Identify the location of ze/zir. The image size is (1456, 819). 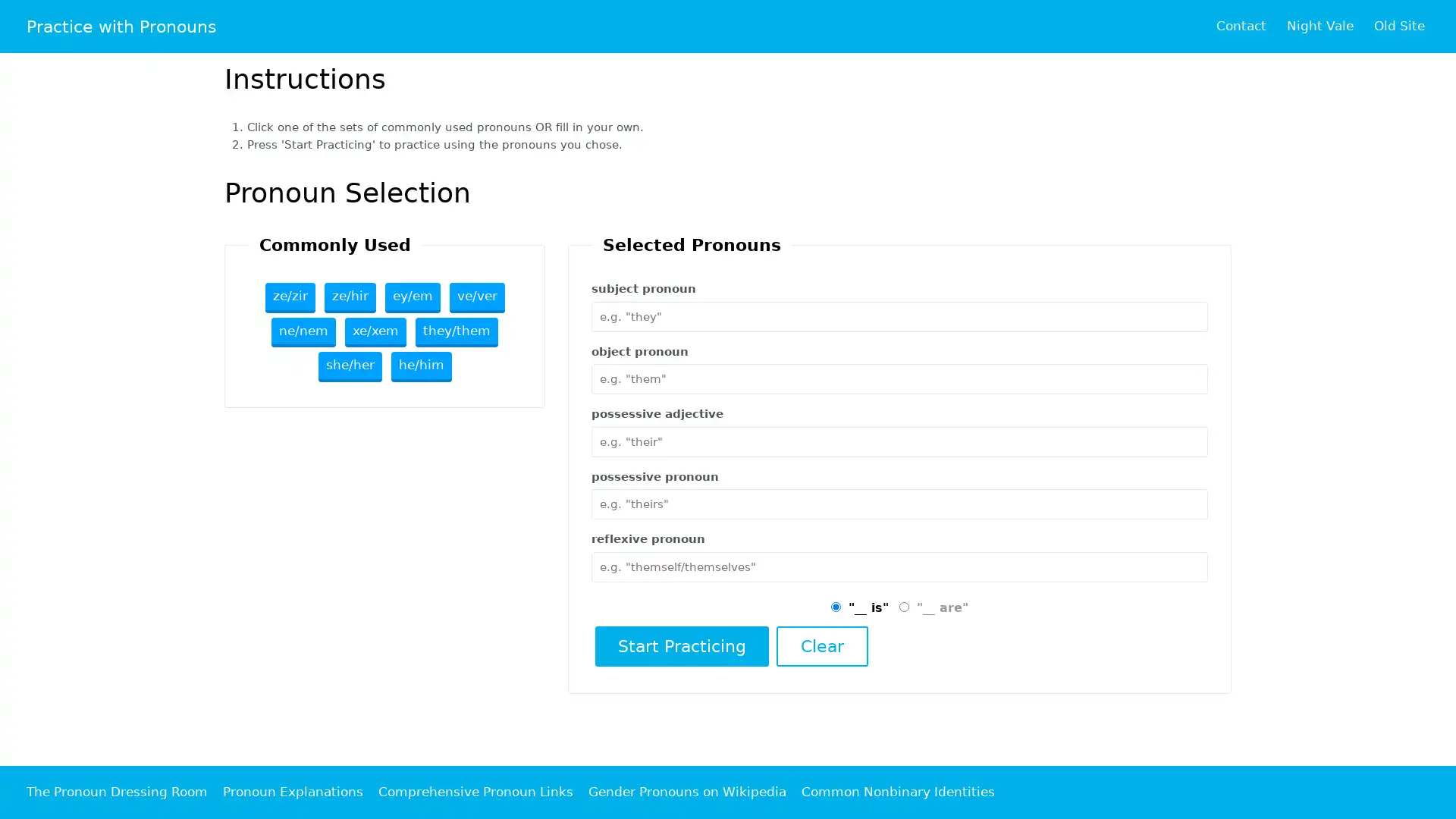
(290, 297).